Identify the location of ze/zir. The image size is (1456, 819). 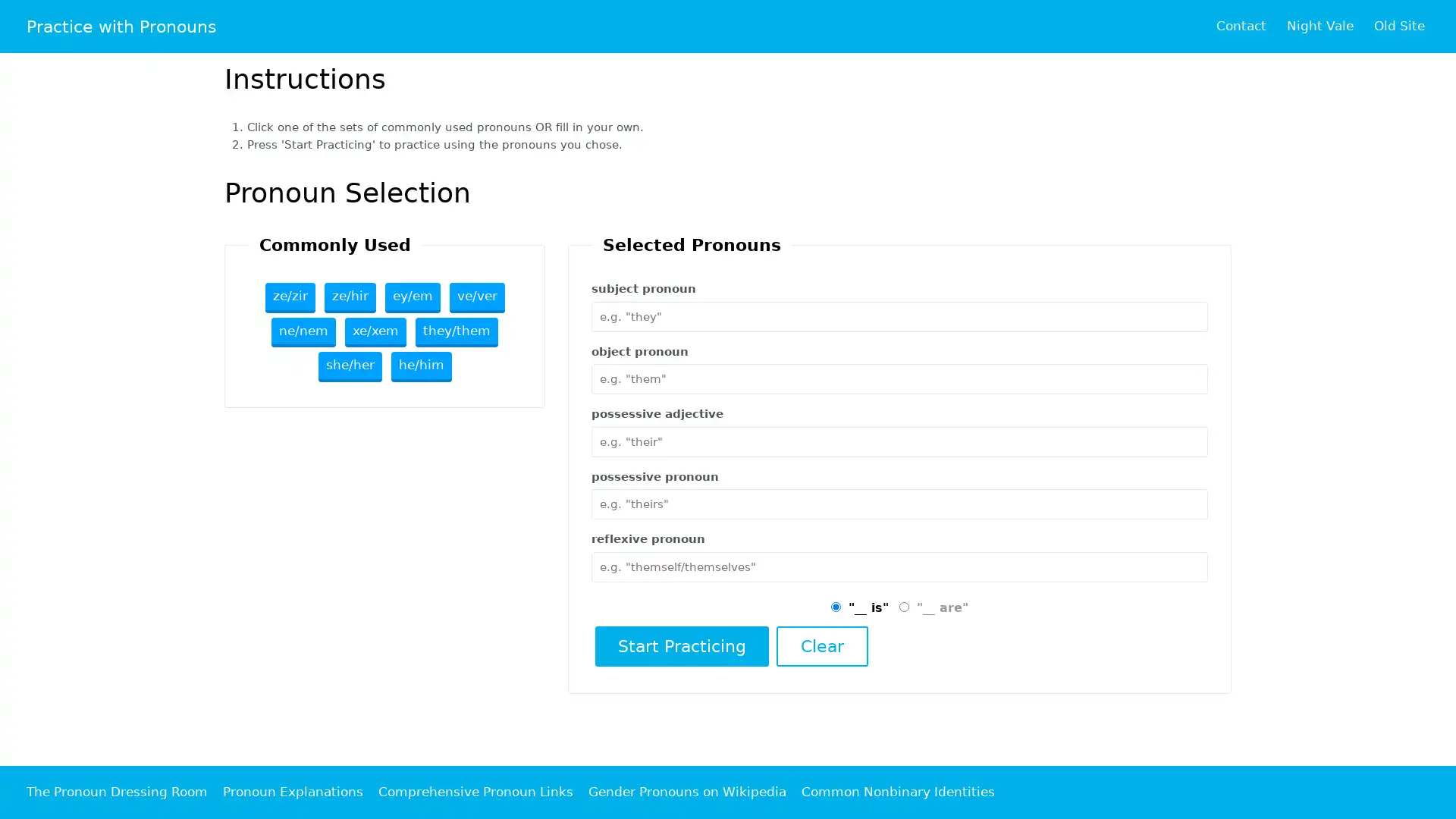
(290, 297).